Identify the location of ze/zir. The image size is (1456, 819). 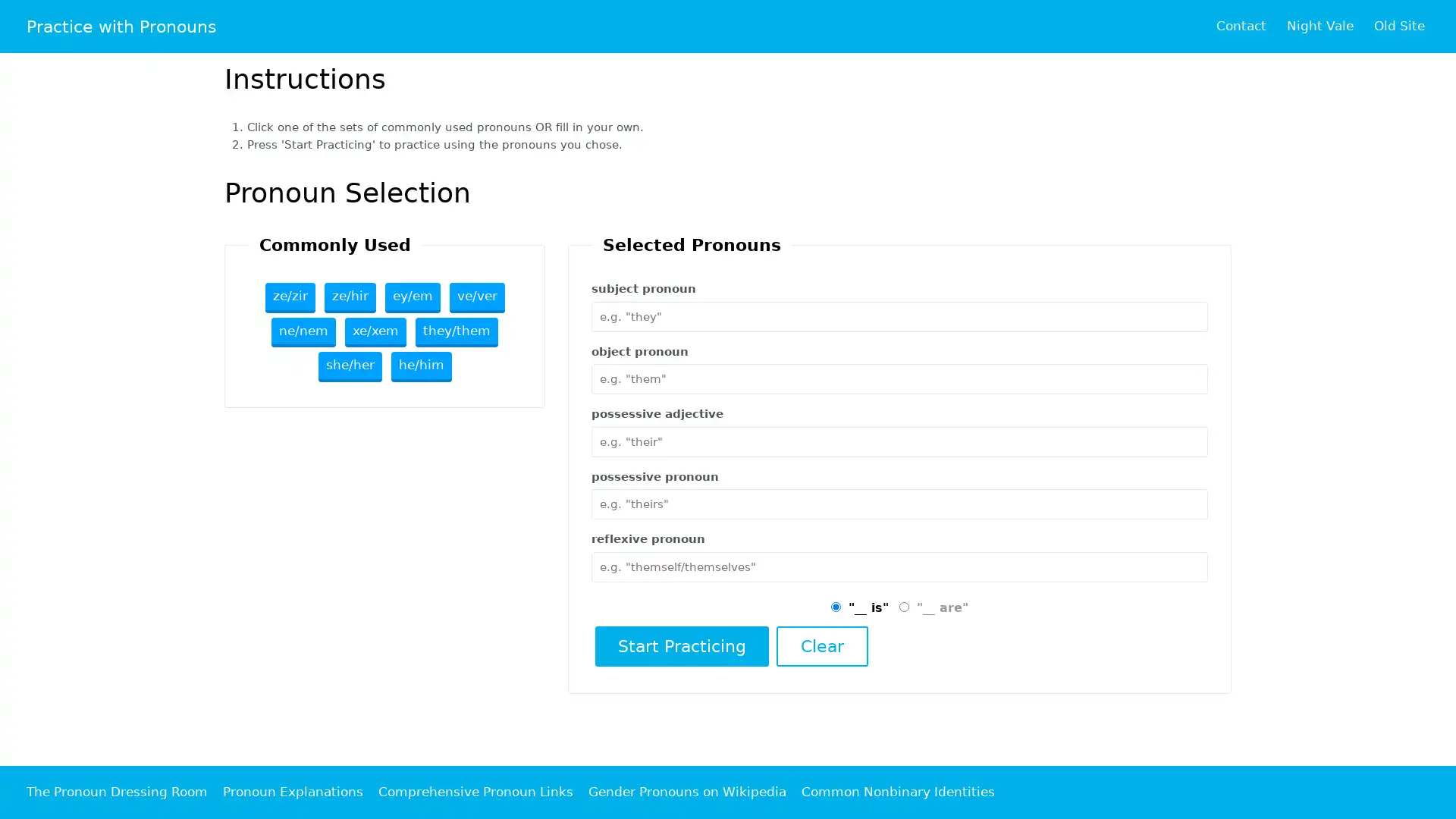
(290, 297).